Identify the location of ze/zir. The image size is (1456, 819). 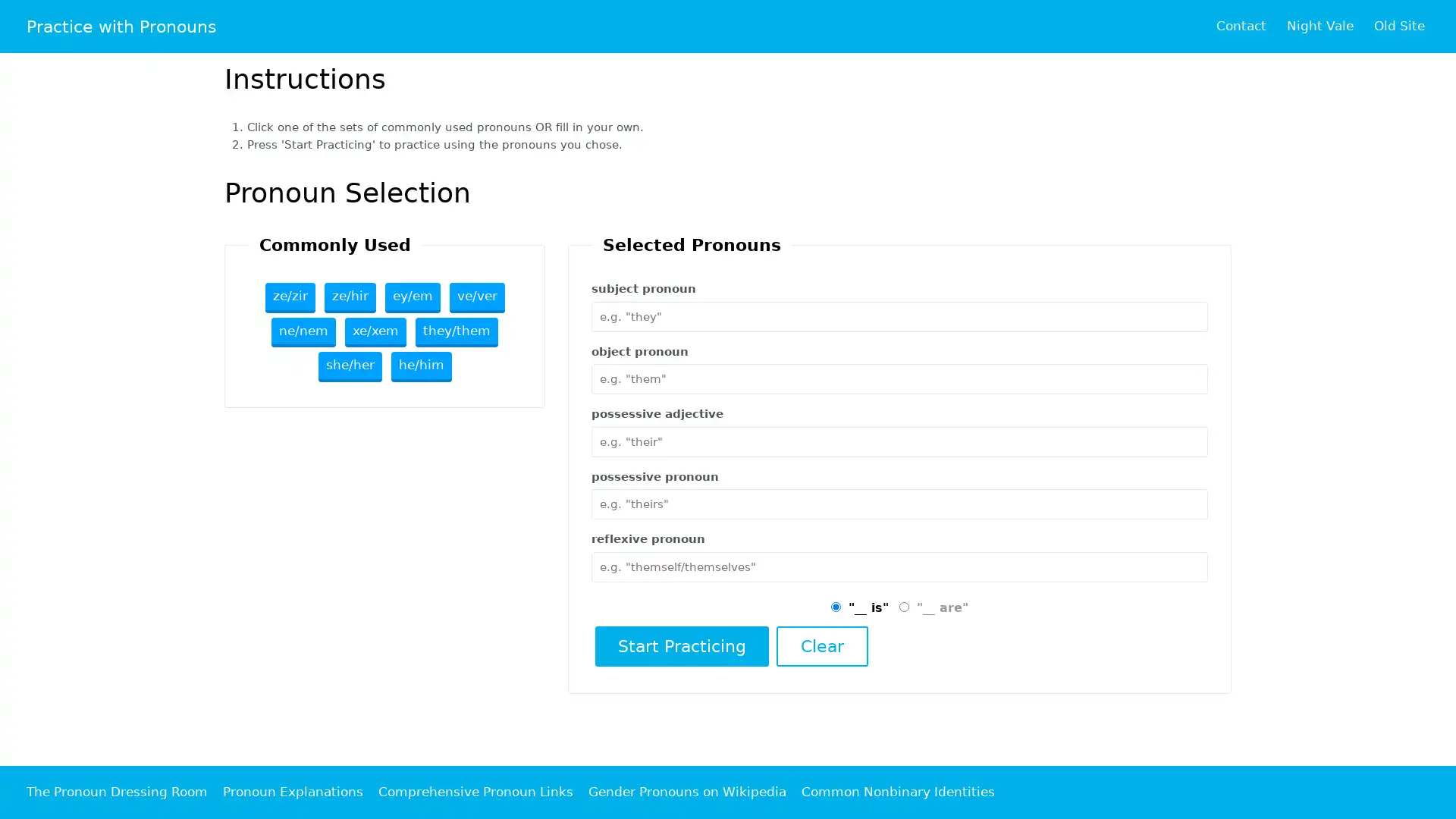
(290, 297).